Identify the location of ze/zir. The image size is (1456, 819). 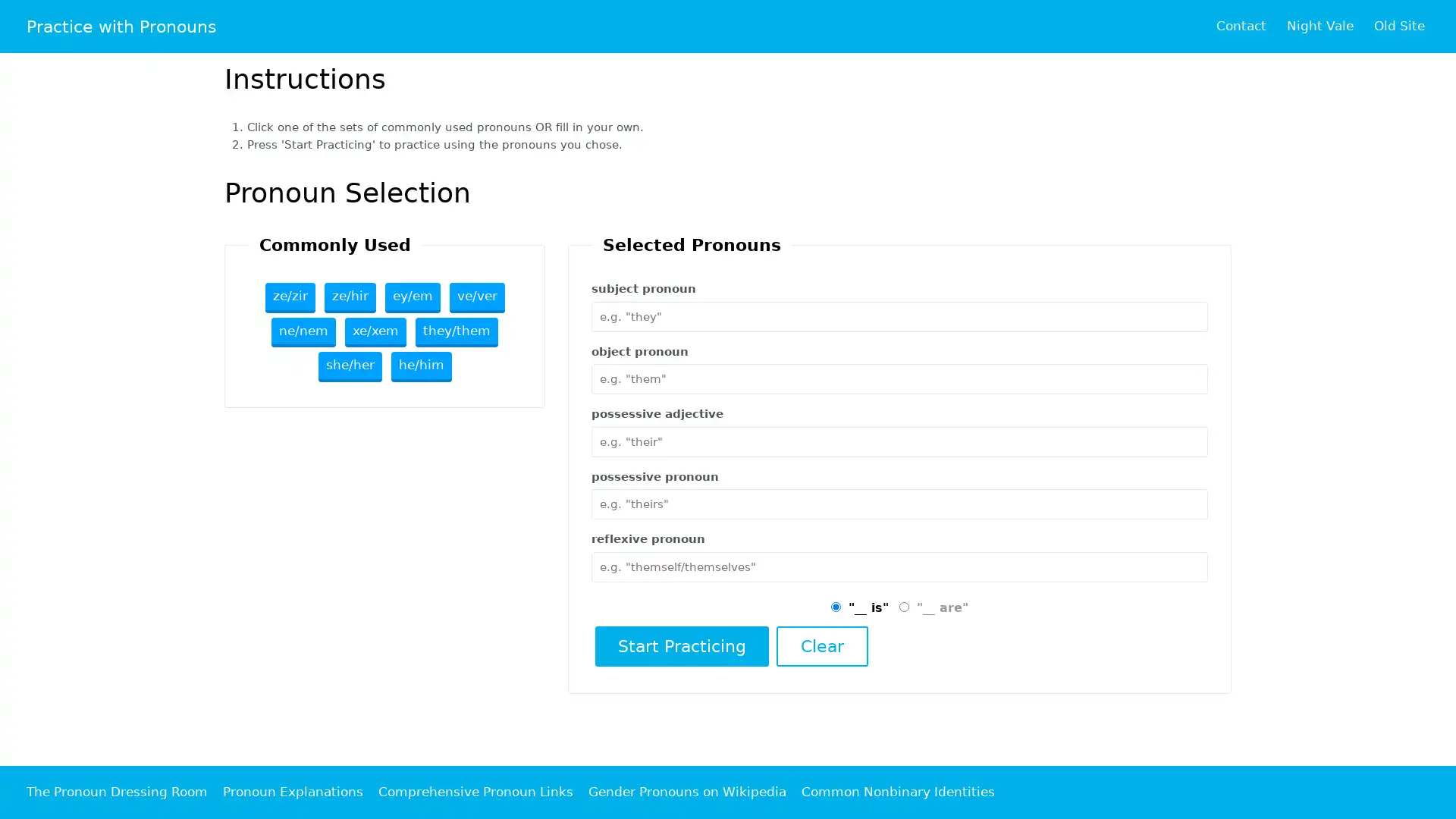
(290, 297).